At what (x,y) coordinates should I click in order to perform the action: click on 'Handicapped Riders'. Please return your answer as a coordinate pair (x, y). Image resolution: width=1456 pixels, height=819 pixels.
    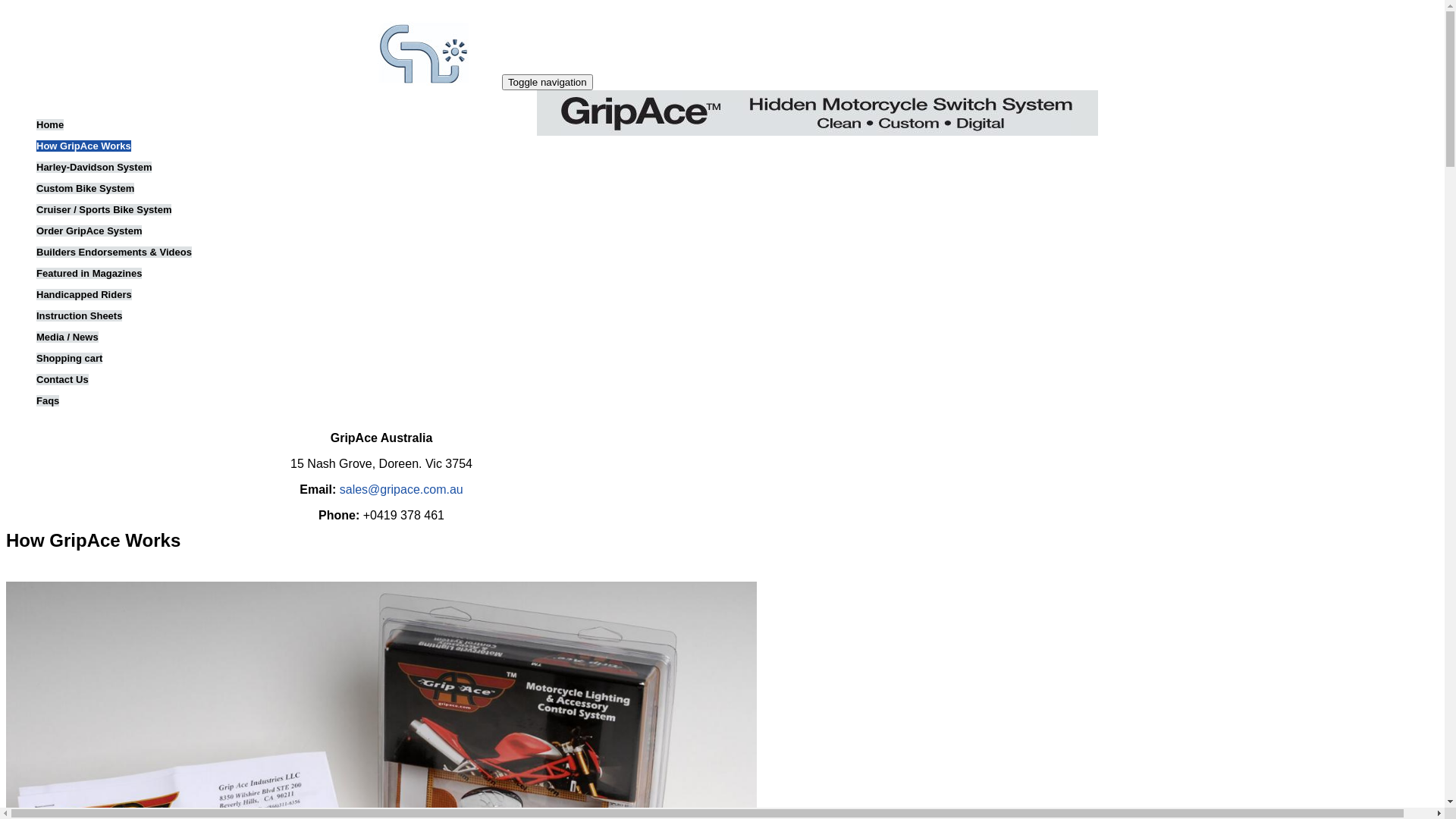
    Looking at the image, I should click on (36, 294).